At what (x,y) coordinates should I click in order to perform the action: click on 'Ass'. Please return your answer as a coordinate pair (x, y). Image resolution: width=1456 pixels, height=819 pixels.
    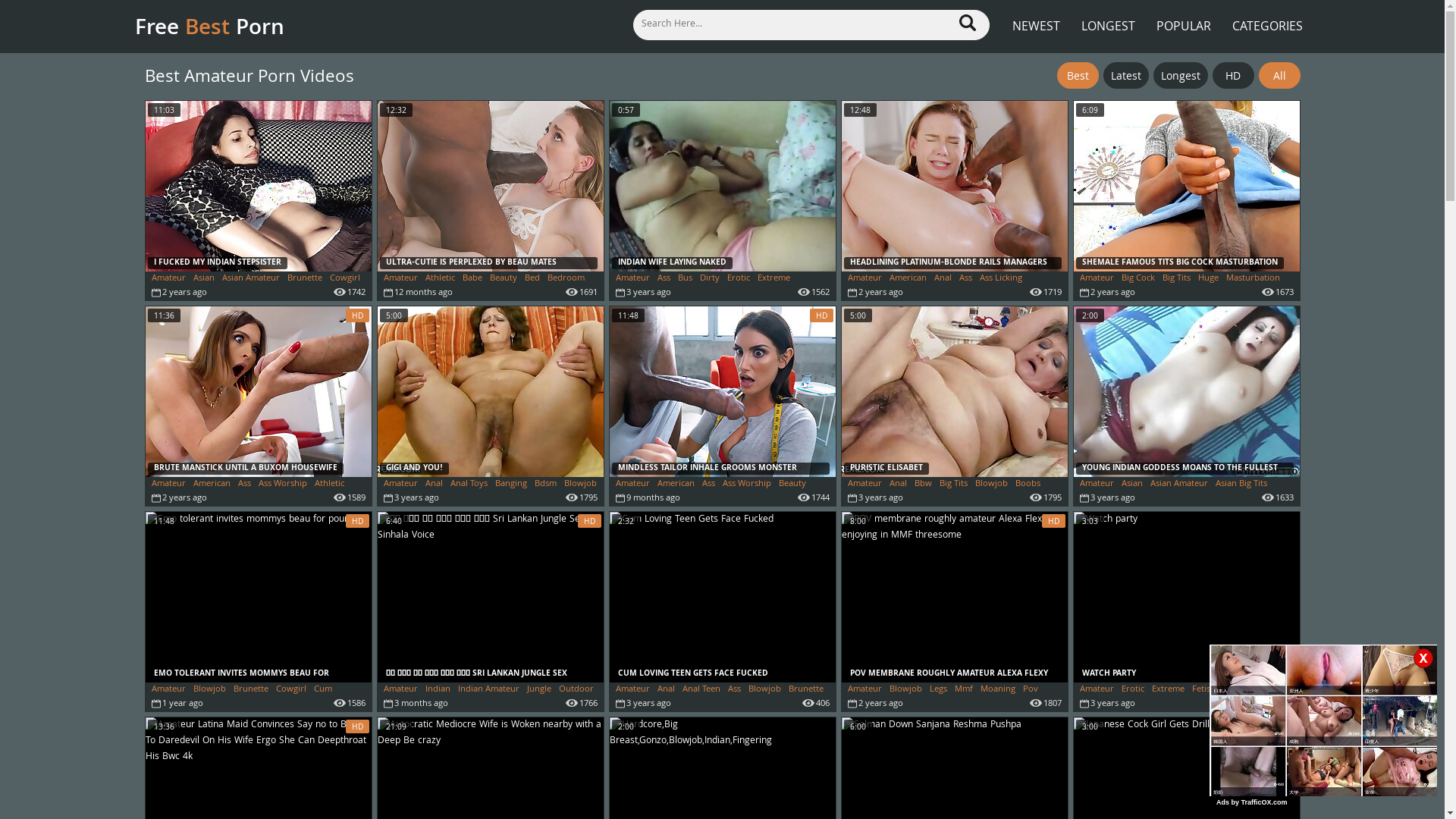
    Looking at the image, I should click on (244, 484).